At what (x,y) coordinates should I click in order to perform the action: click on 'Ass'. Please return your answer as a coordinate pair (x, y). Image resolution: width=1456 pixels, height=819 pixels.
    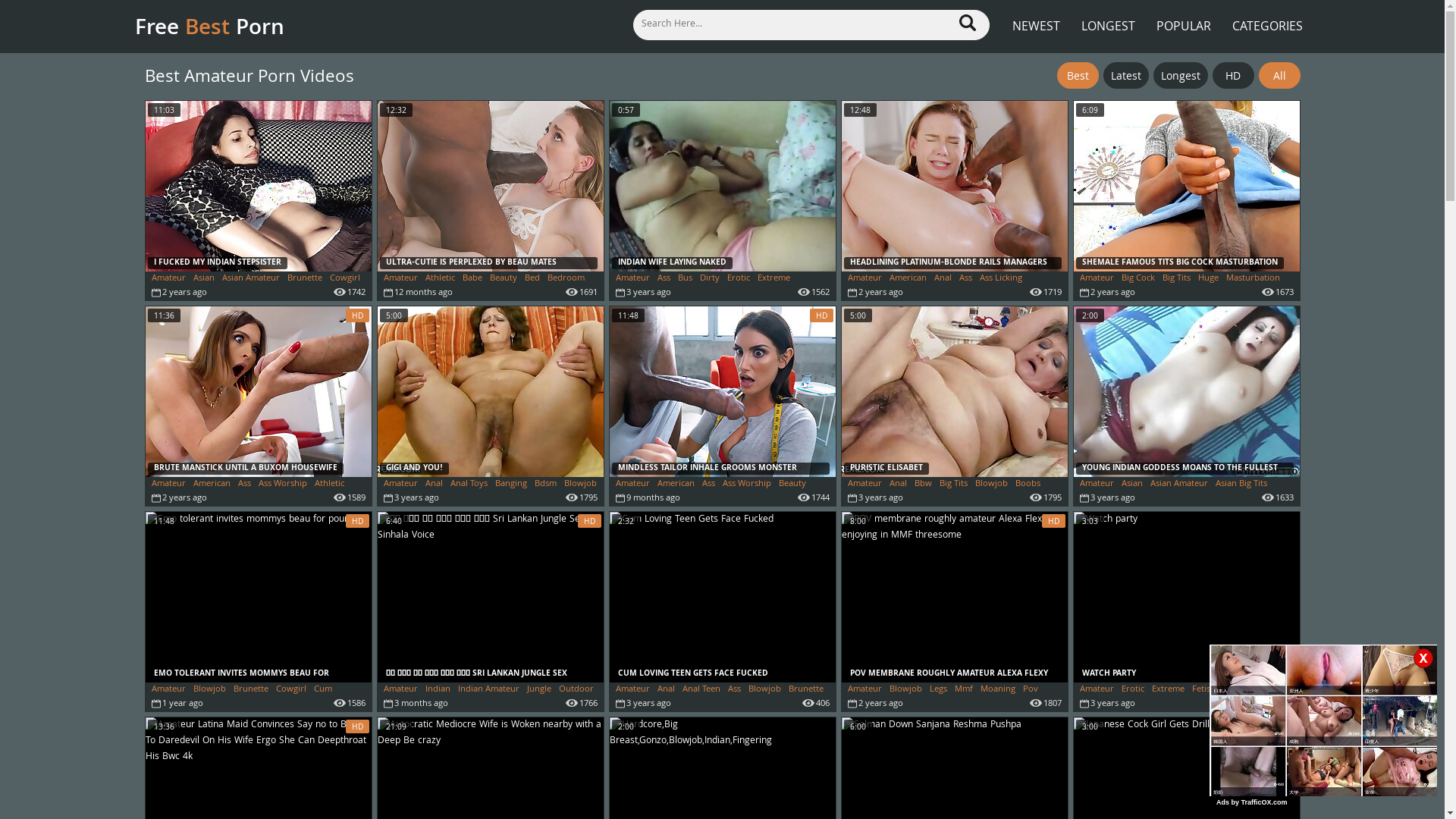
    Looking at the image, I should click on (244, 484).